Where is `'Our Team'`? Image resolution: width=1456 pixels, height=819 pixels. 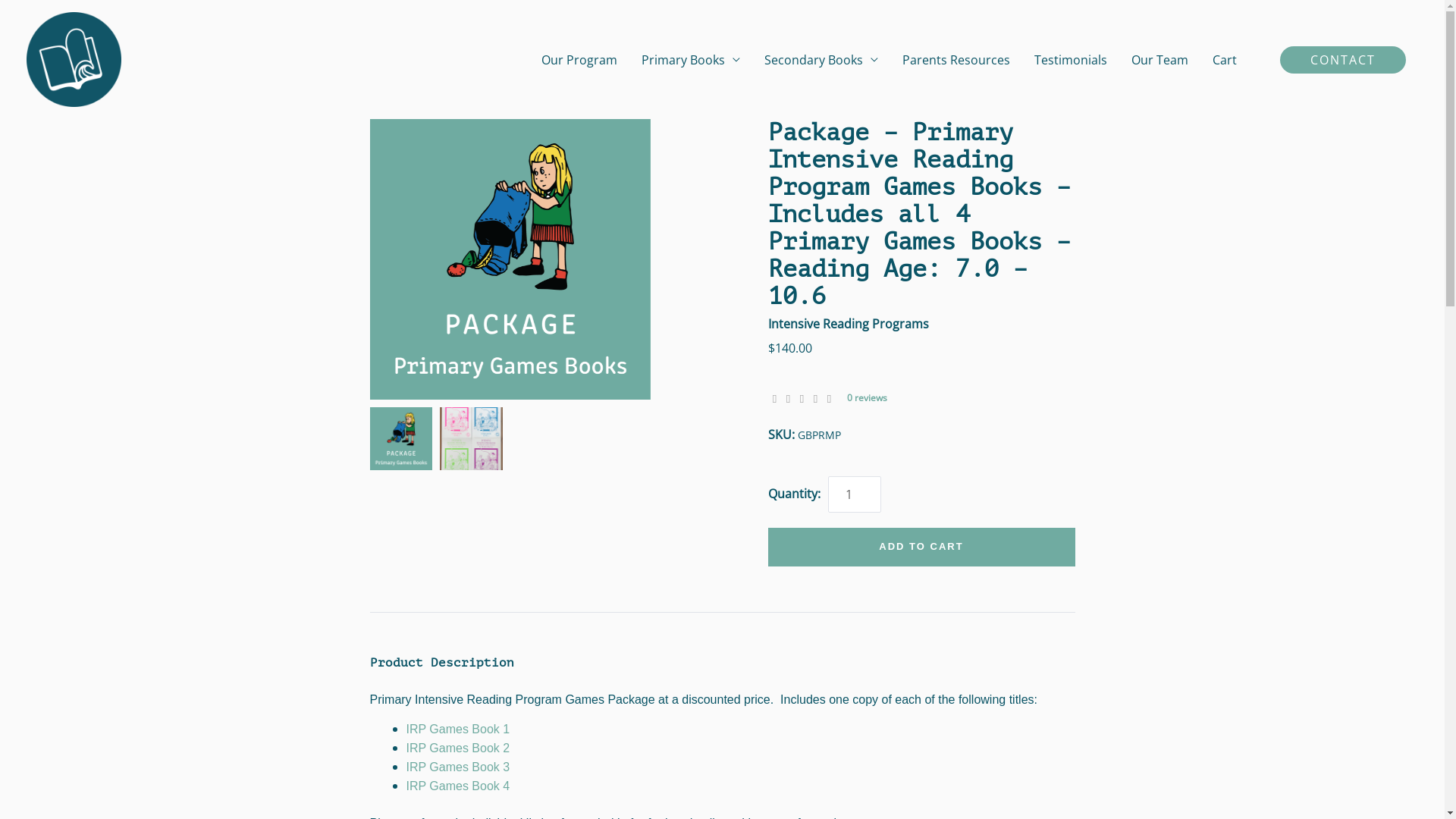
'Our Team' is located at coordinates (1159, 58).